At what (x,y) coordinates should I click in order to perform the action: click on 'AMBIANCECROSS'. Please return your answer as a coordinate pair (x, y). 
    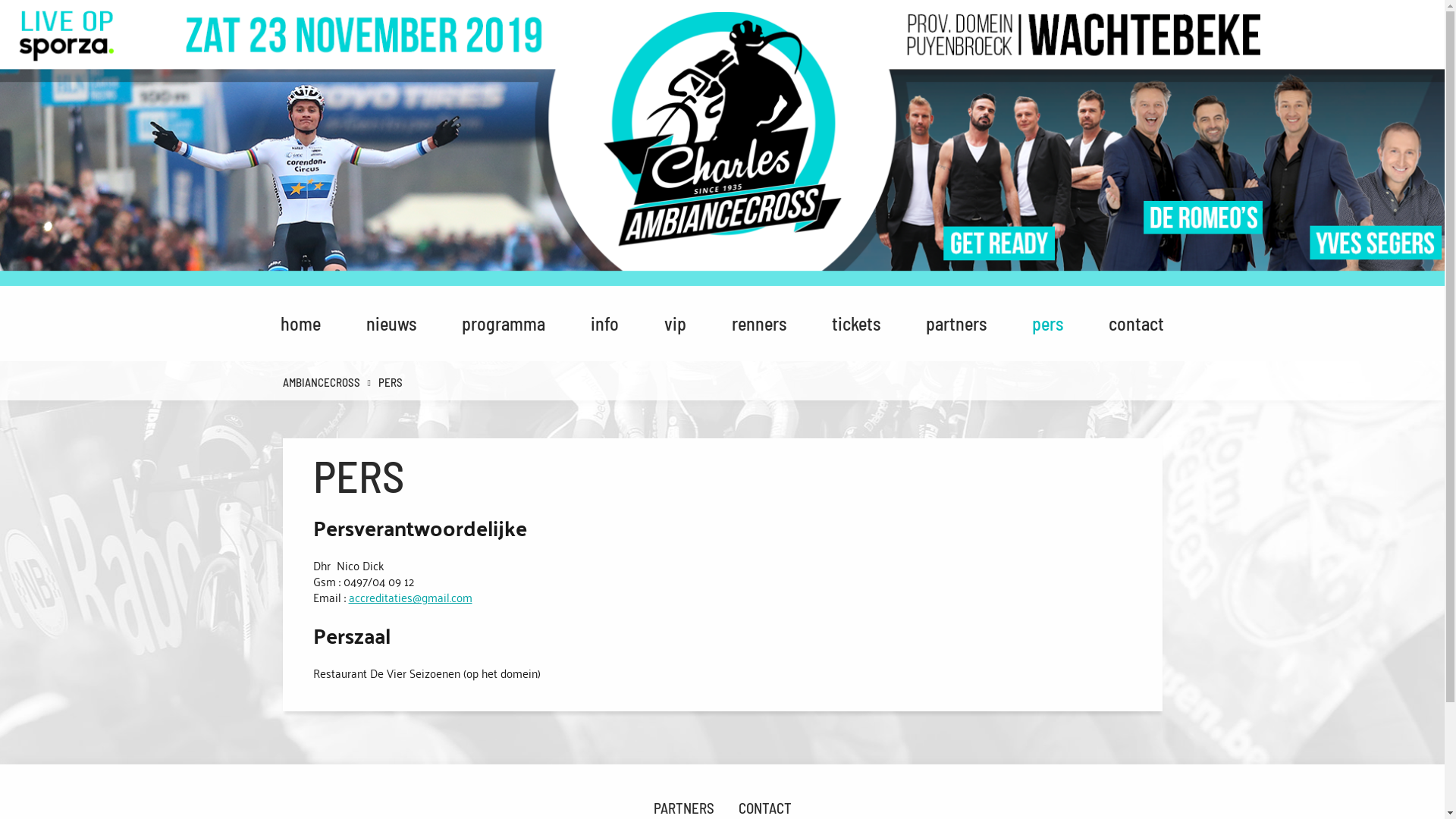
    Looking at the image, I should click on (274, 381).